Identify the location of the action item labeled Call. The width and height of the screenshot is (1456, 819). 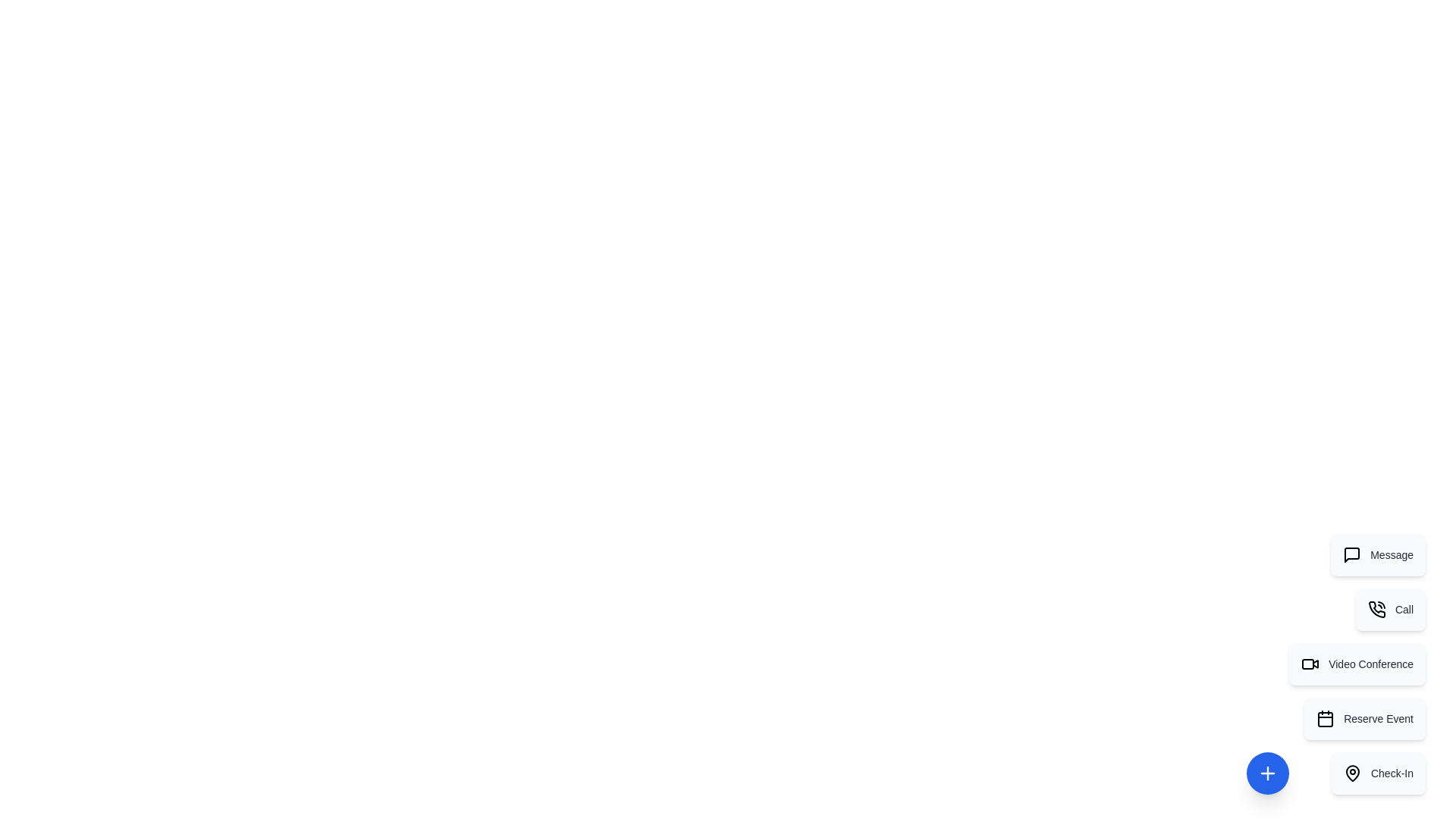
(1390, 608).